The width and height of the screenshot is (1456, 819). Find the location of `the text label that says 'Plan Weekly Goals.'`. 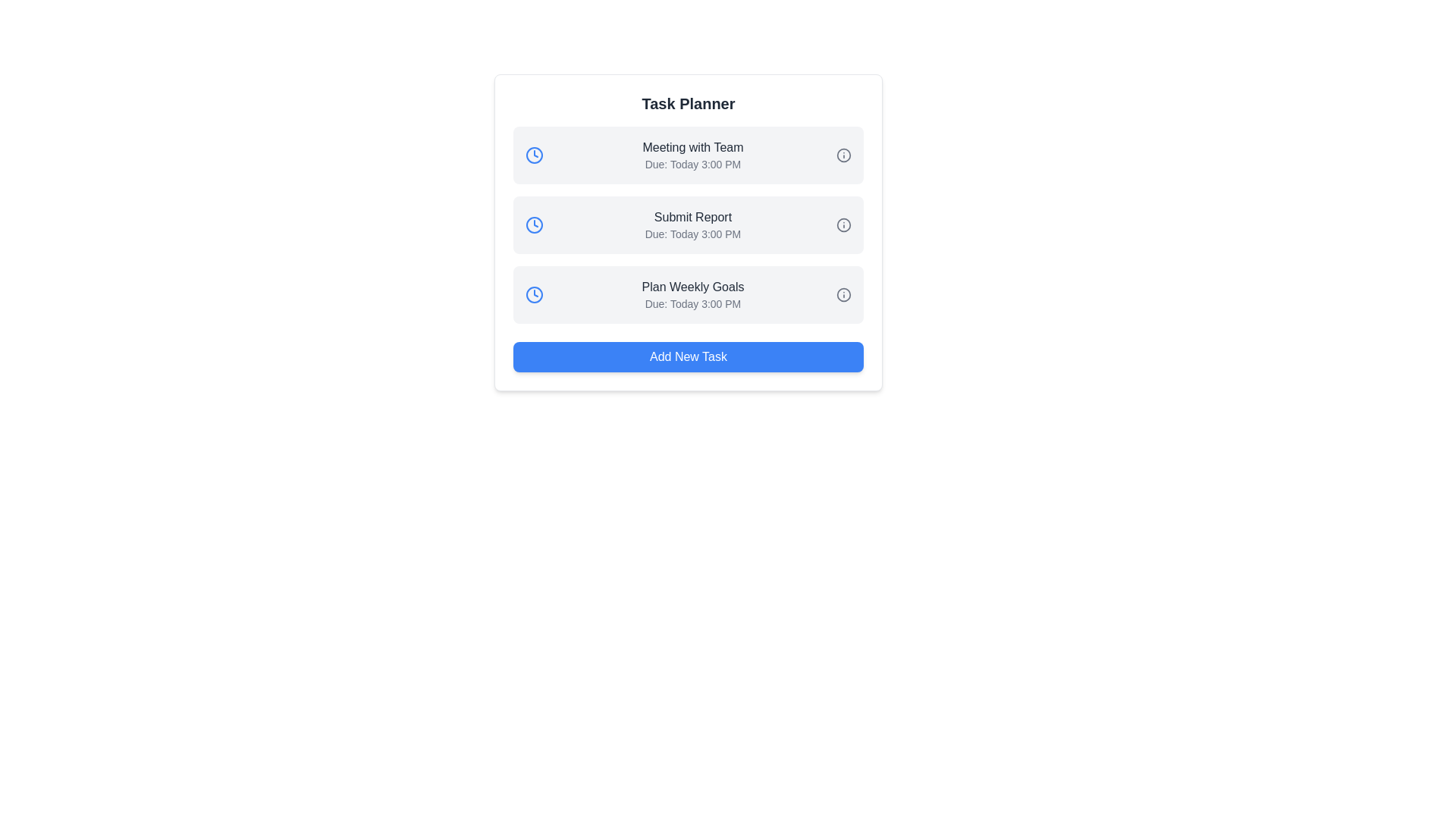

the text label that says 'Plan Weekly Goals.' is located at coordinates (692, 287).